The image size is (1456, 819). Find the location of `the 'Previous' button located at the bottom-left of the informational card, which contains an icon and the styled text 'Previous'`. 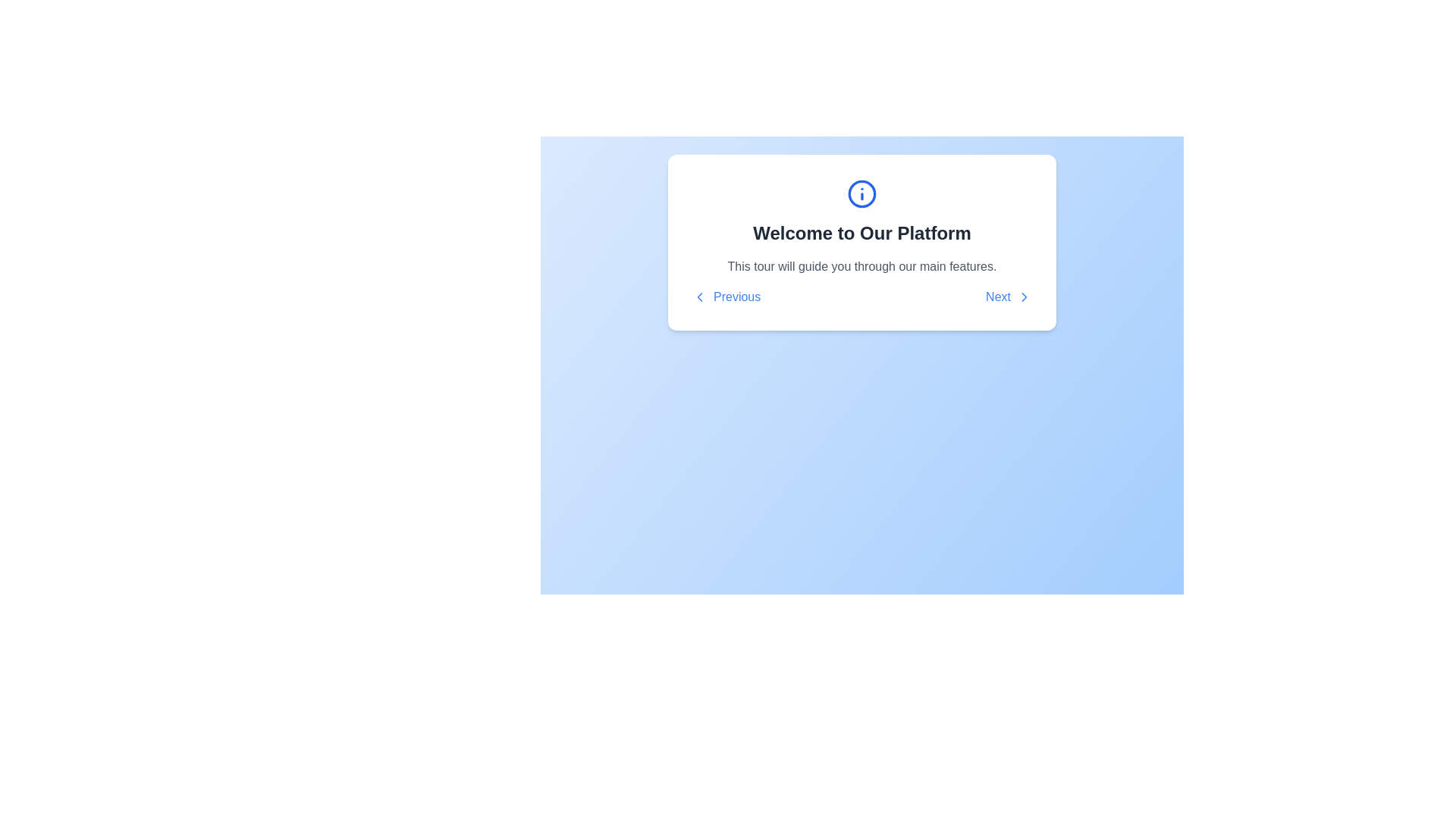

the 'Previous' button located at the bottom-left of the informational card, which contains an icon and the styled text 'Previous' is located at coordinates (726, 297).